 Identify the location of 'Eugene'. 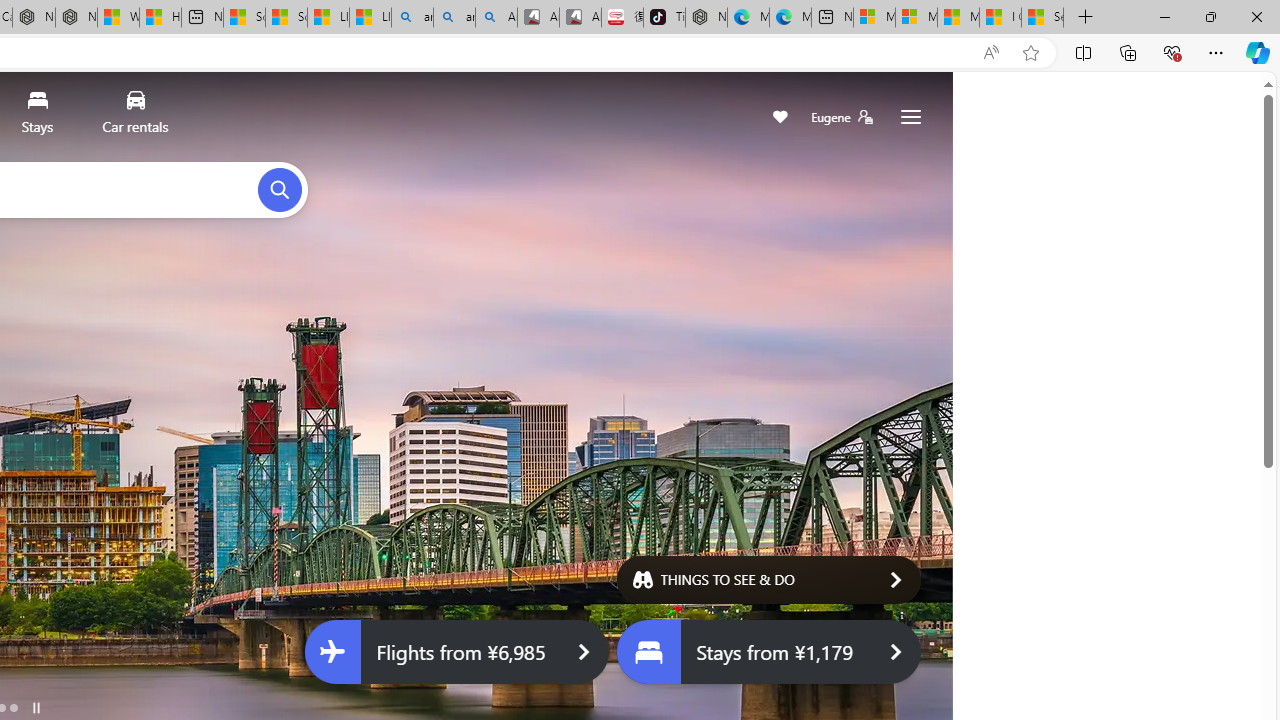
(841, 117).